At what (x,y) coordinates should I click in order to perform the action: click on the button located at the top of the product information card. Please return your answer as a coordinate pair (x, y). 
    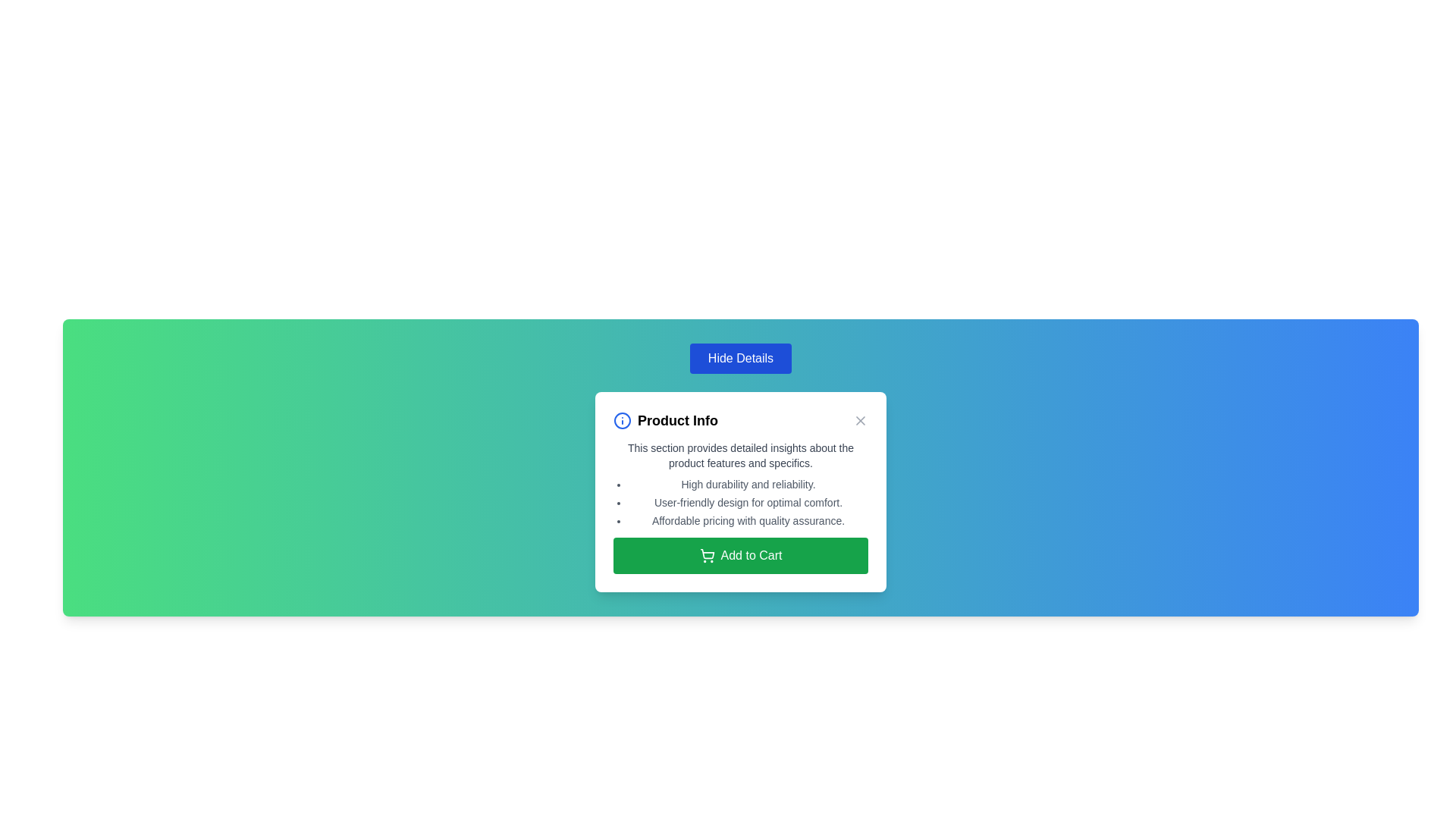
    Looking at the image, I should click on (740, 359).